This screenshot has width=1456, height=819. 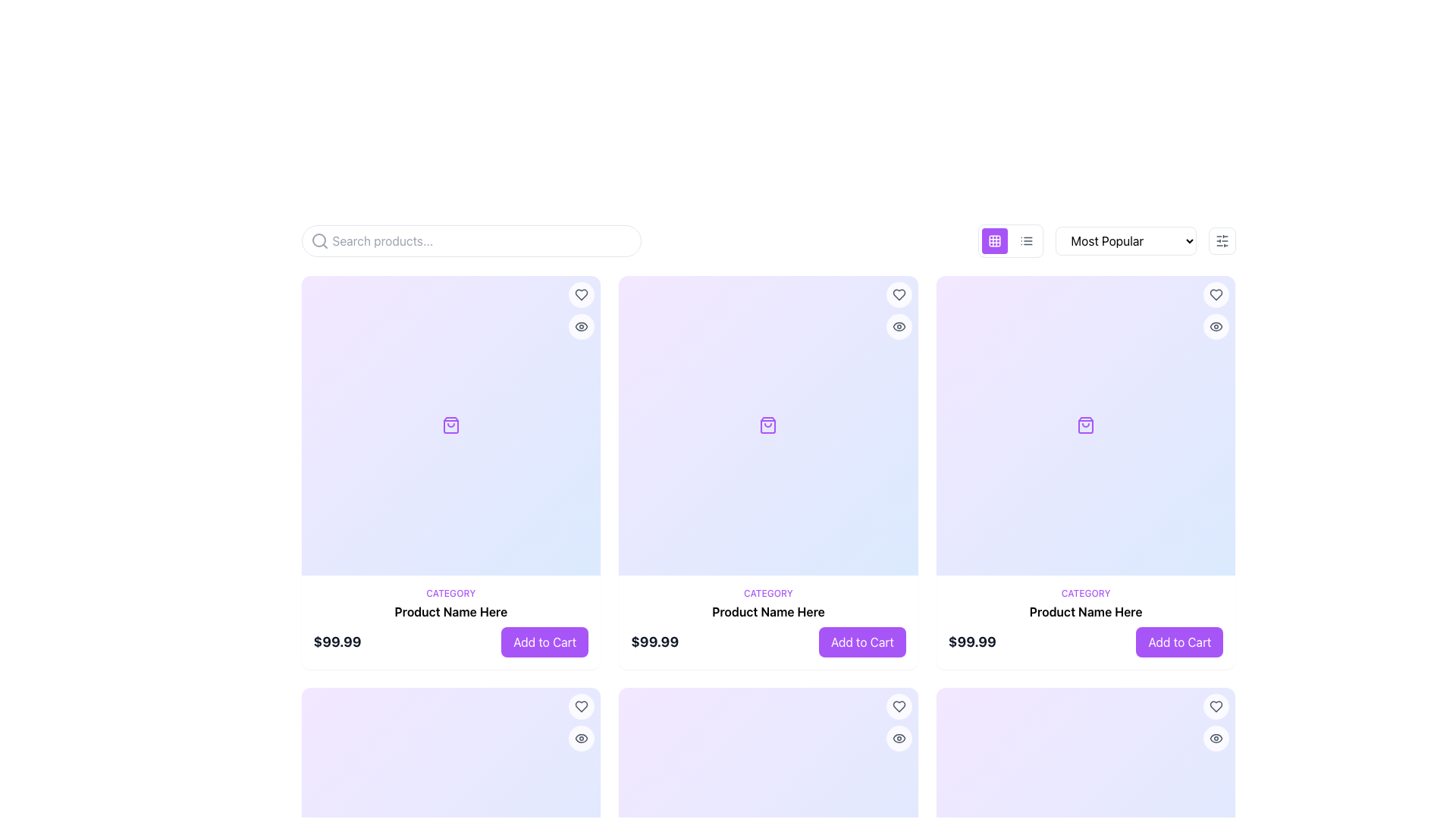 What do you see at coordinates (862, 642) in the screenshot?
I see `the 'Add to Cart' button, which is a rectangular button with rounded corners and a solid purple background, located beneath the product card in the pricing section` at bounding box center [862, 642].